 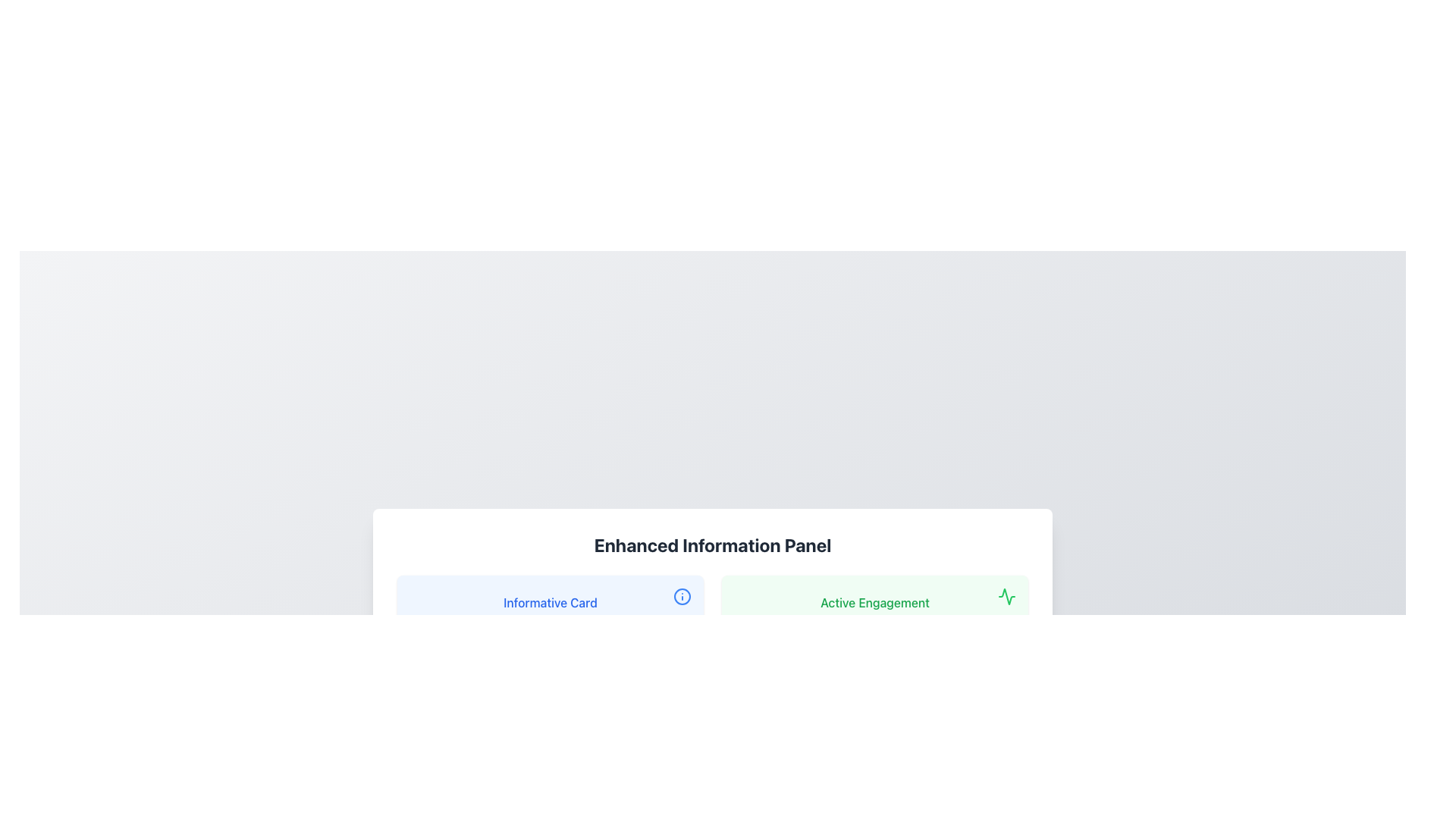 I want to click on the Text Label element that serves as the title or header for the card, positioned at the topmost part of the card beneath the icon in the top-right corner, so click(x=549, y=601).